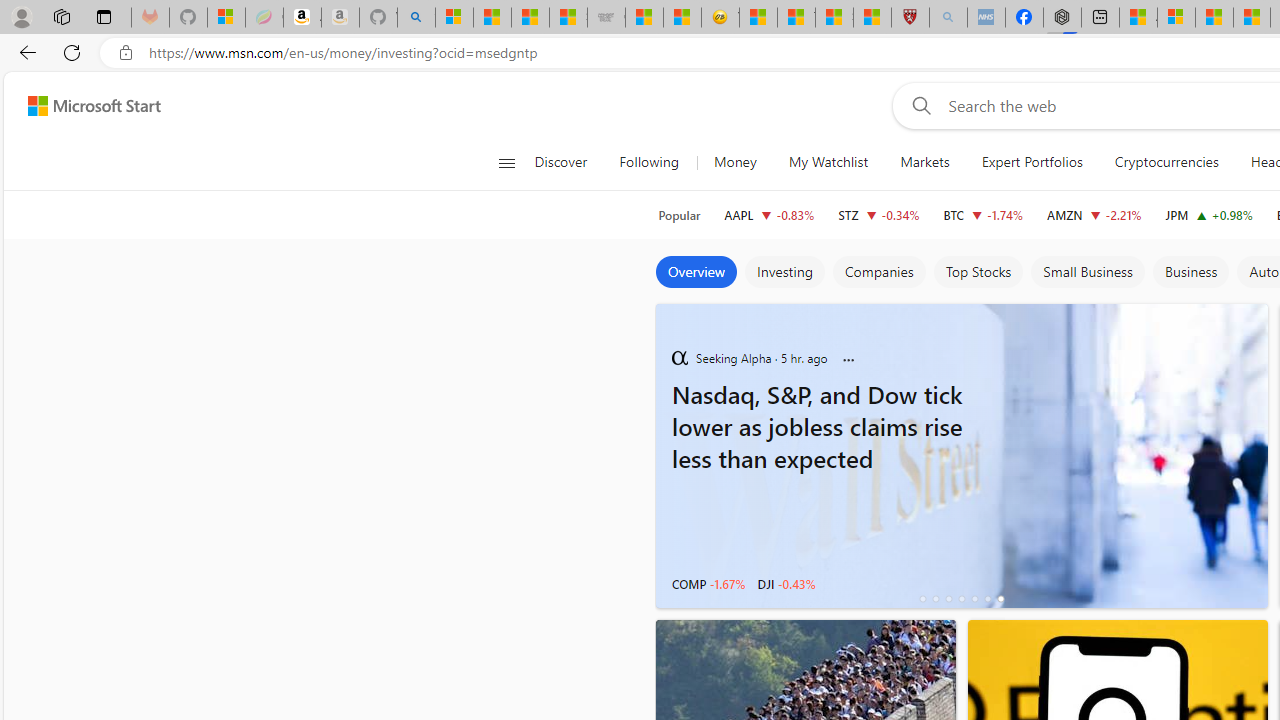  Describe the element at coordinates (1031, 162) in the screenshot. I see `'Expert Portfolios'` at that location.